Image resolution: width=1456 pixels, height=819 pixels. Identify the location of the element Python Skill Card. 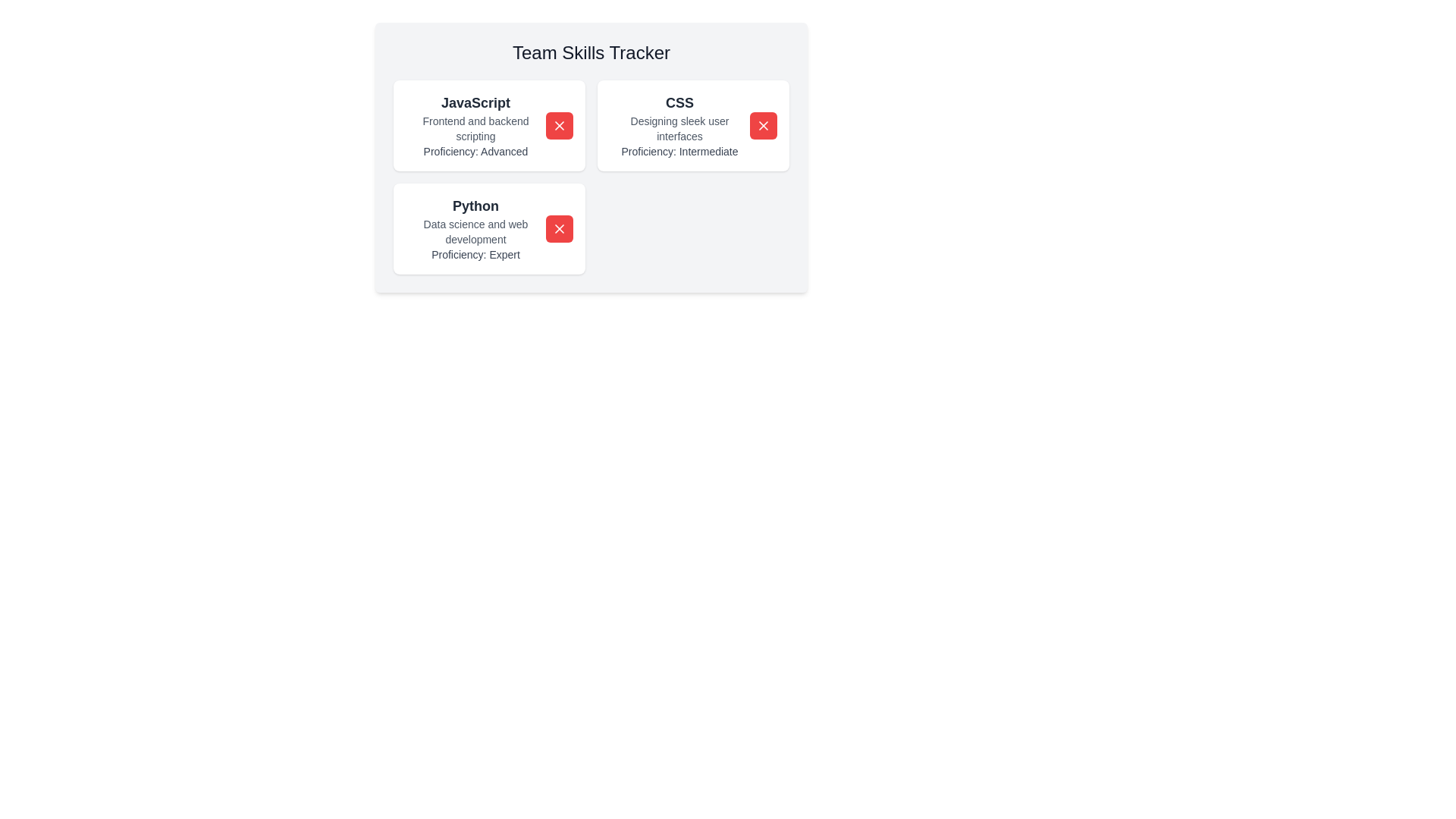
(475, 228).